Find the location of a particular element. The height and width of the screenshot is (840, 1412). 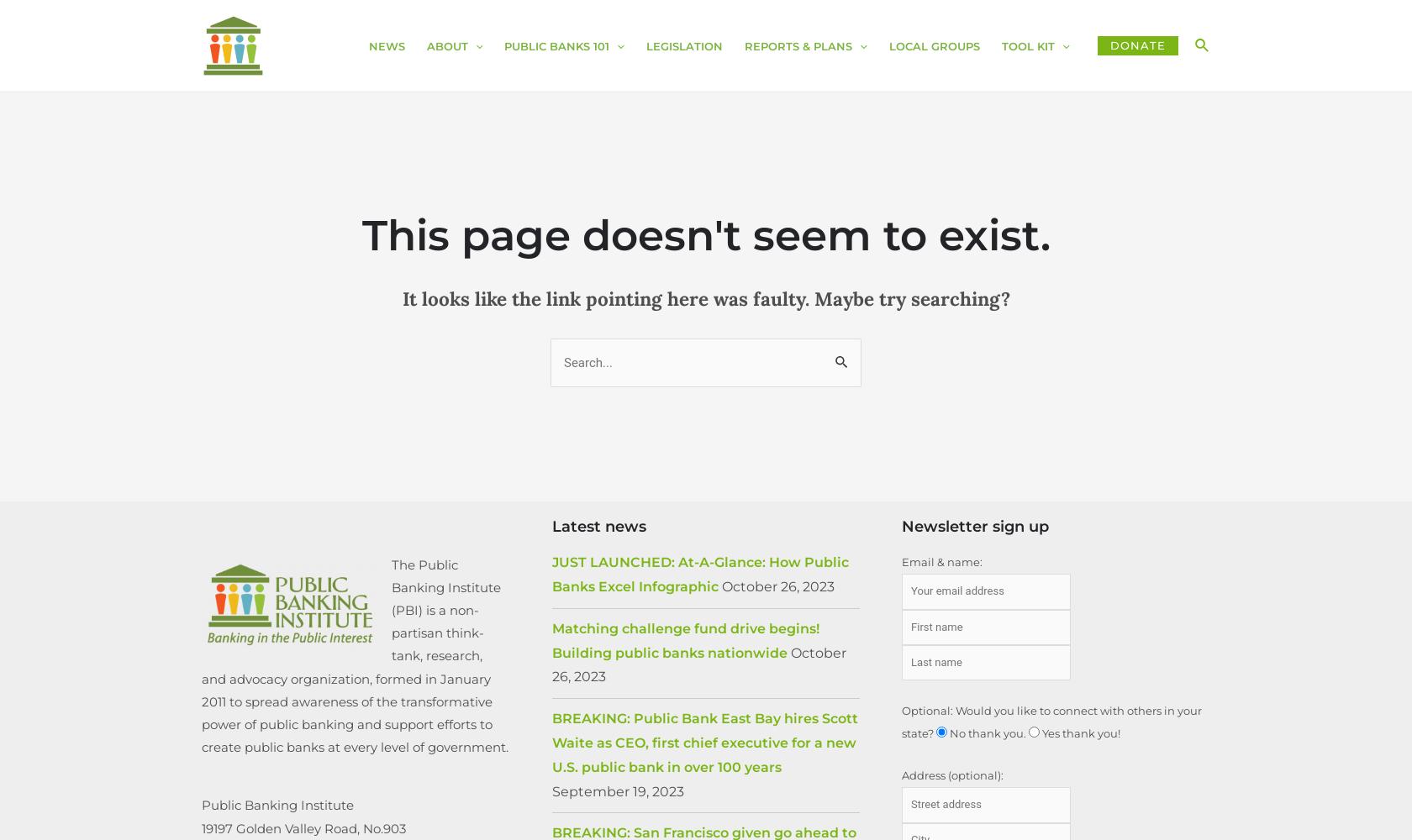

'Address (optional):' is located at coordinates (902, 775).